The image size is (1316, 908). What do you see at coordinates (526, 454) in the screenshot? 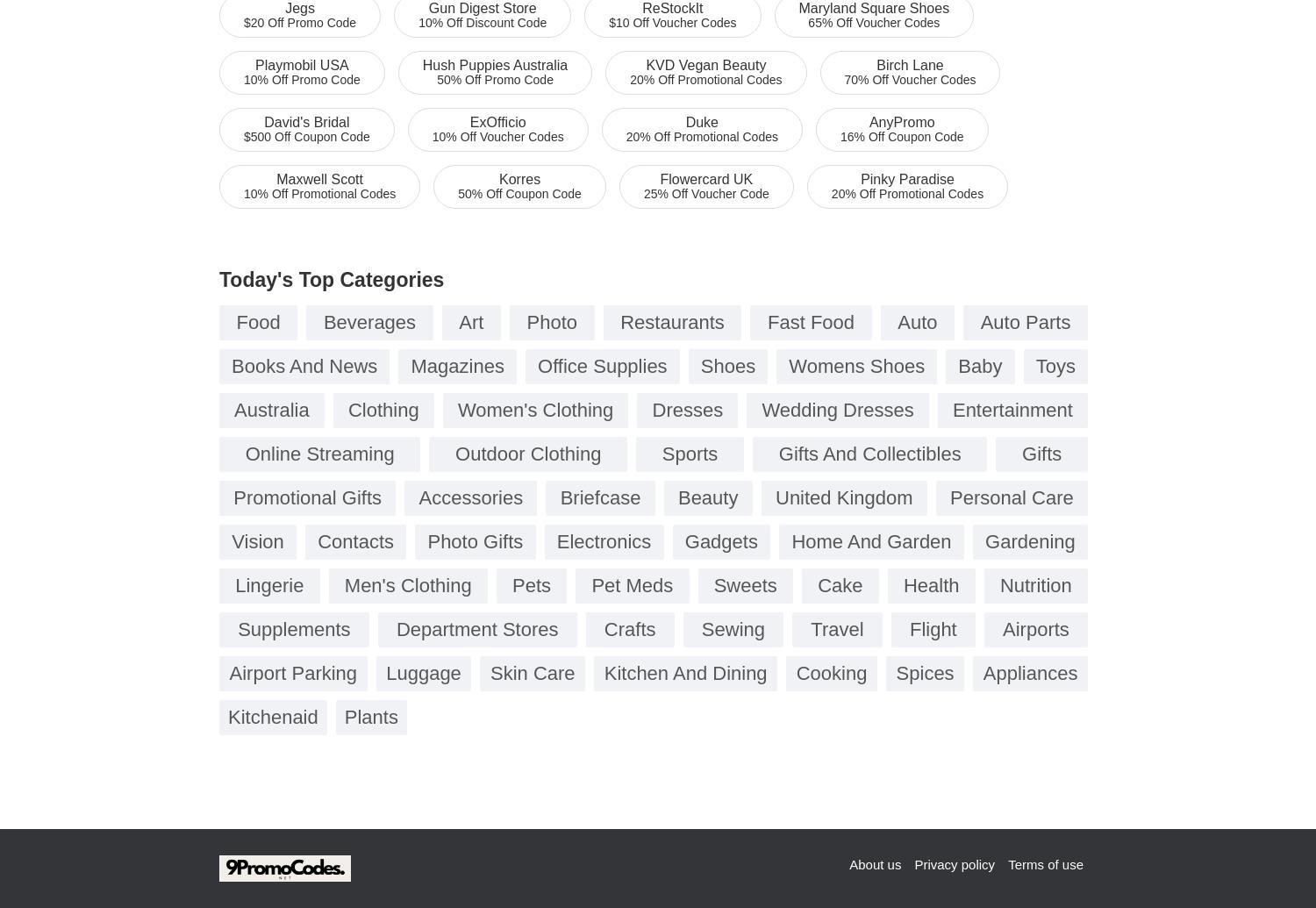
I see `'Outdoor Clothing'` at bounding box center [526, 454].